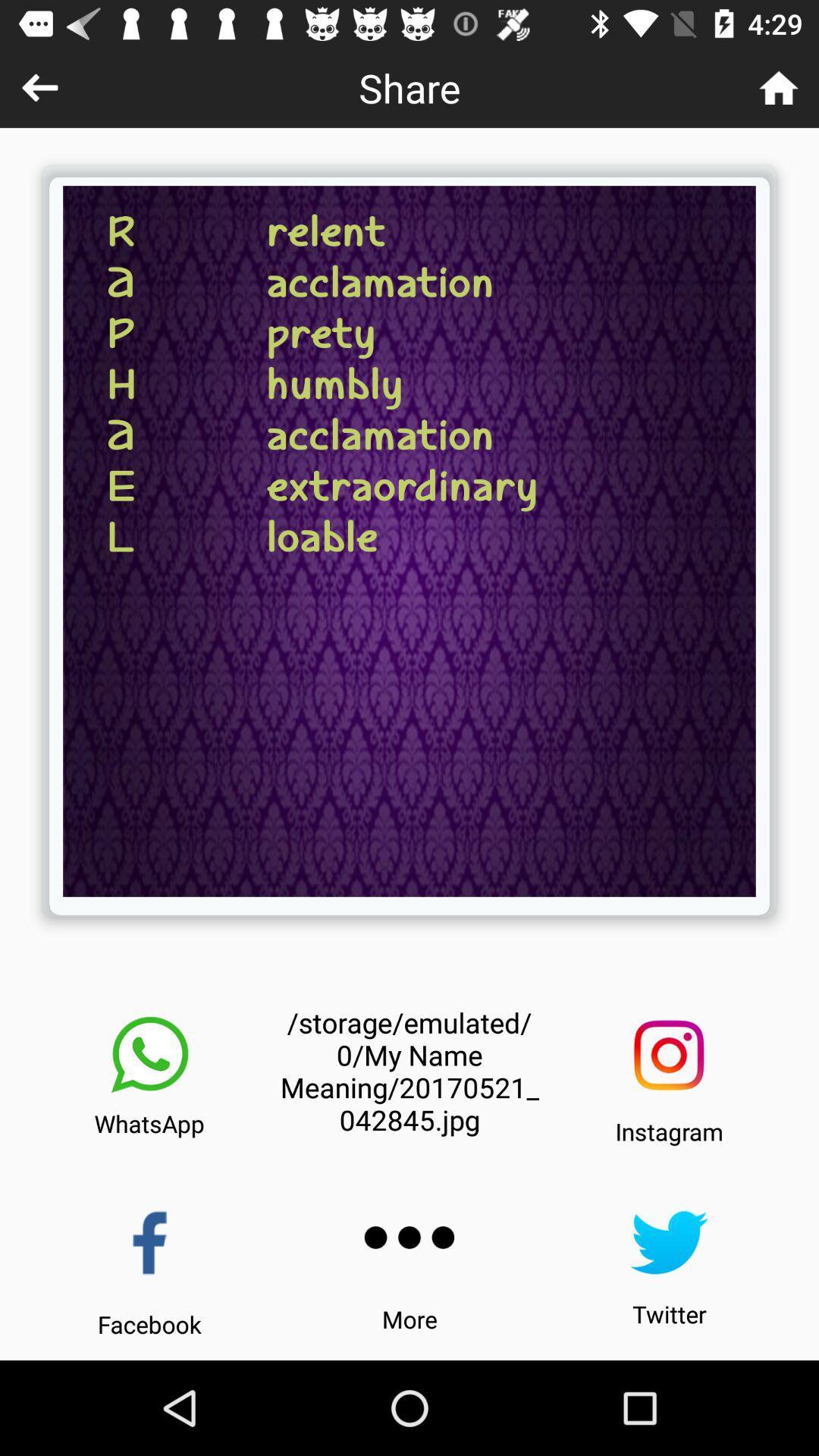 Image resolution: width=819 pixels, height=1456 pixels. Describe the element at coordinates (149, 1054) in the screenshot. I see `the icon to the left of the storage emulated 0 icon` at that location.